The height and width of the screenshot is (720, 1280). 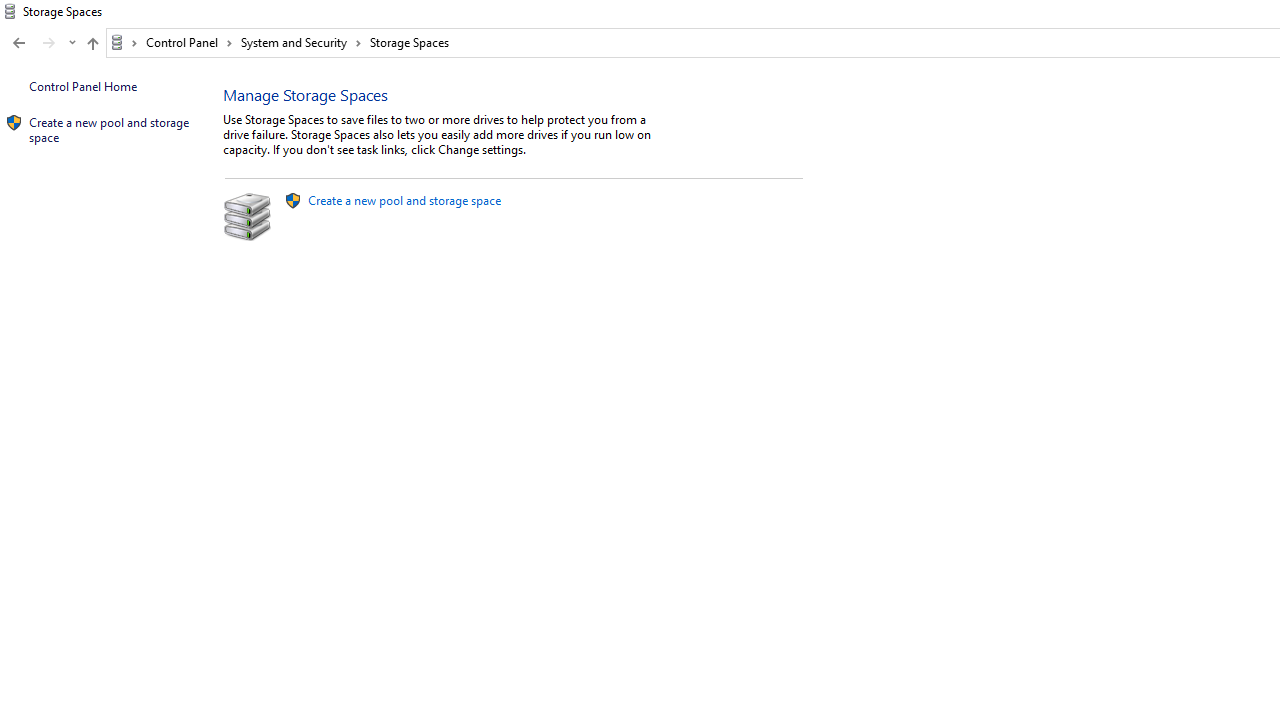 I want to click on 'Control Panel', so click(x=189, y=42).